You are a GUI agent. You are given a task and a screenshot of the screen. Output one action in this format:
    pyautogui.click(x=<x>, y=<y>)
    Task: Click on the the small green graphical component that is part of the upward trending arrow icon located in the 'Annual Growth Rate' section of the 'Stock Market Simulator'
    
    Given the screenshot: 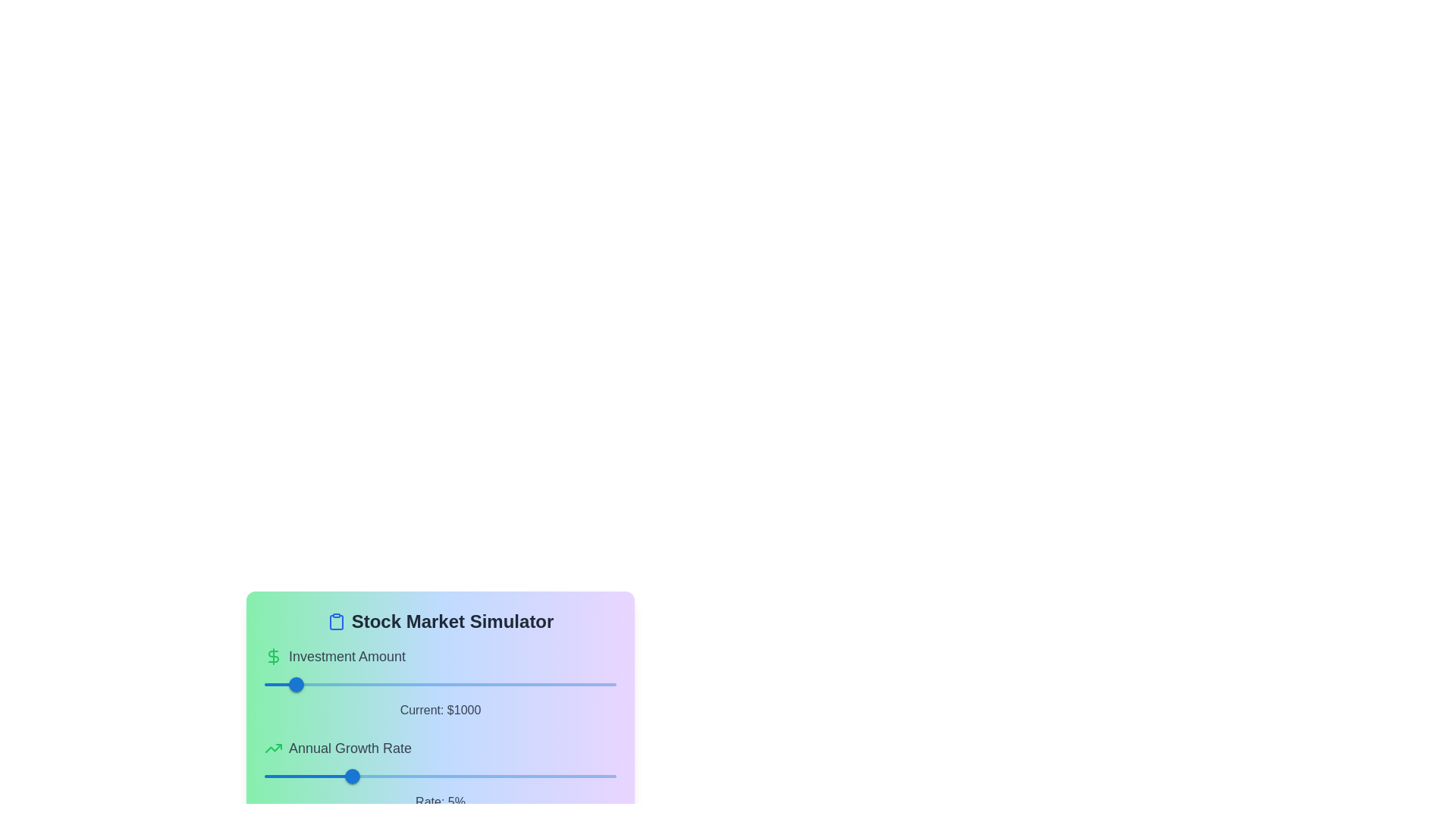 What is the action you would take?
    pyautogui.click(x=273, y=748)
    